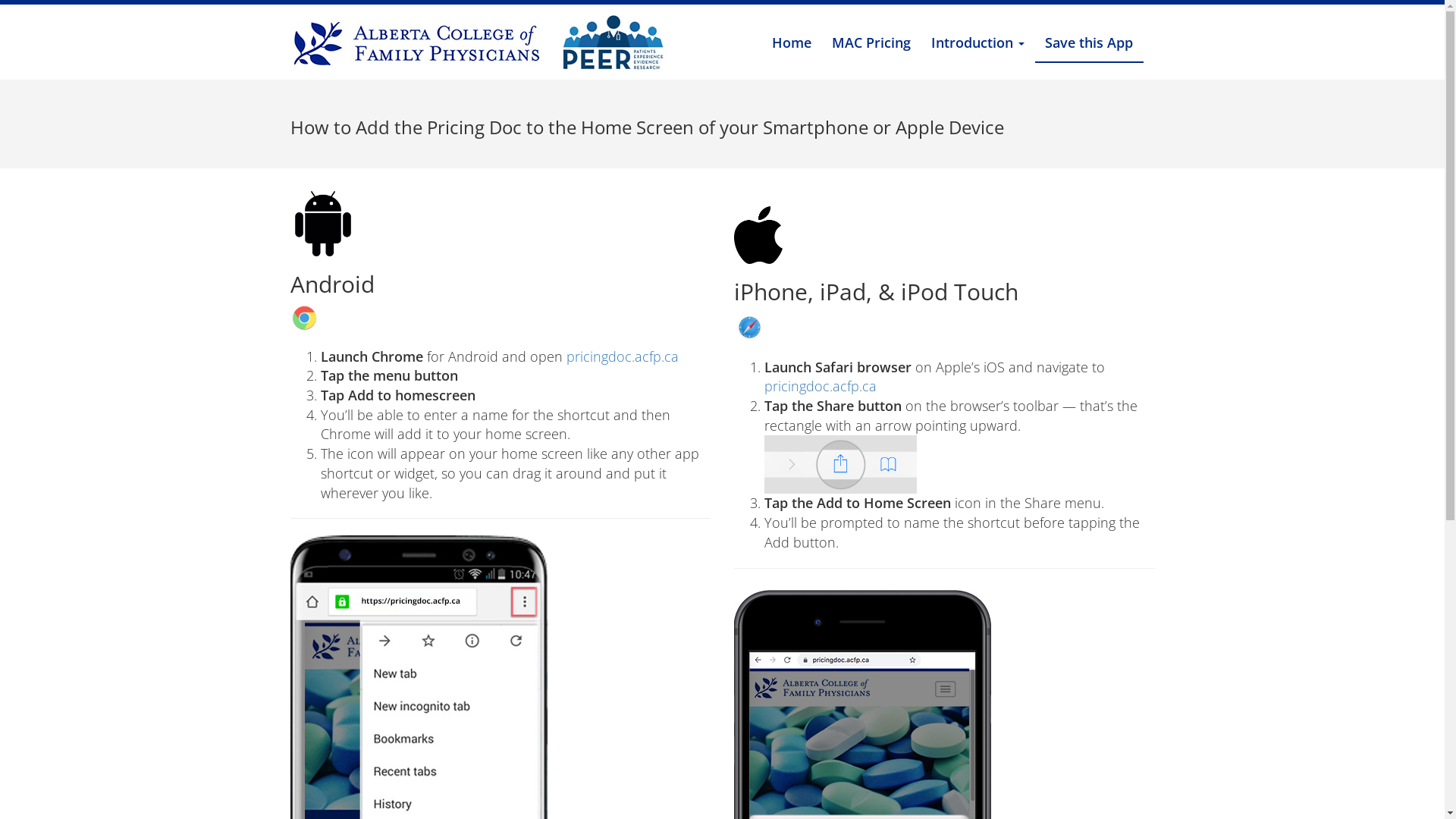  Describe the element at coordinates (1087, 42) in the screenshot. I see `'Save this App'` at that location.